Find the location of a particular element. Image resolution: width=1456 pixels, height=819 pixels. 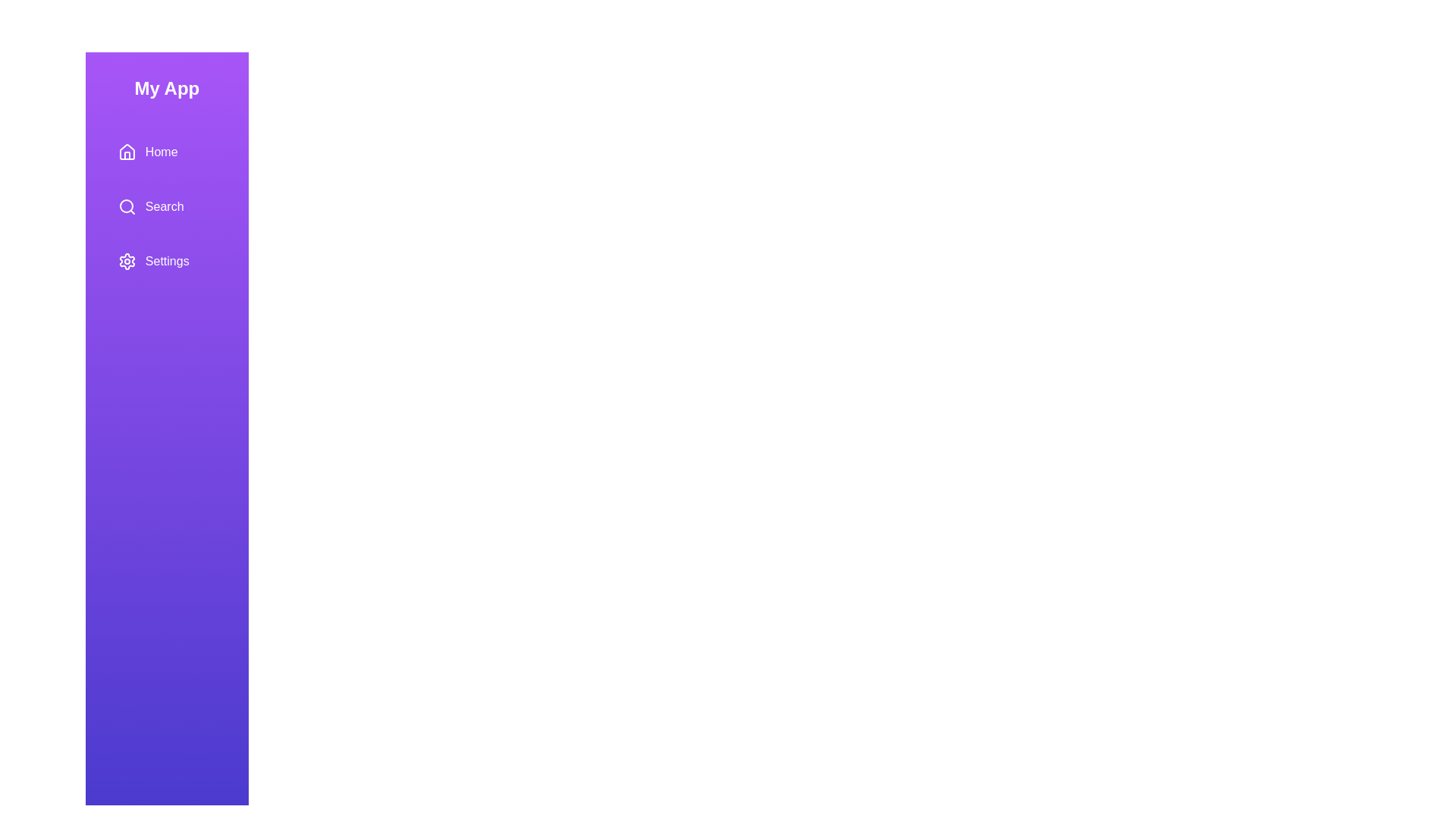

the menu item Search to trigger the hover effect is located at coordinates (167, 207).